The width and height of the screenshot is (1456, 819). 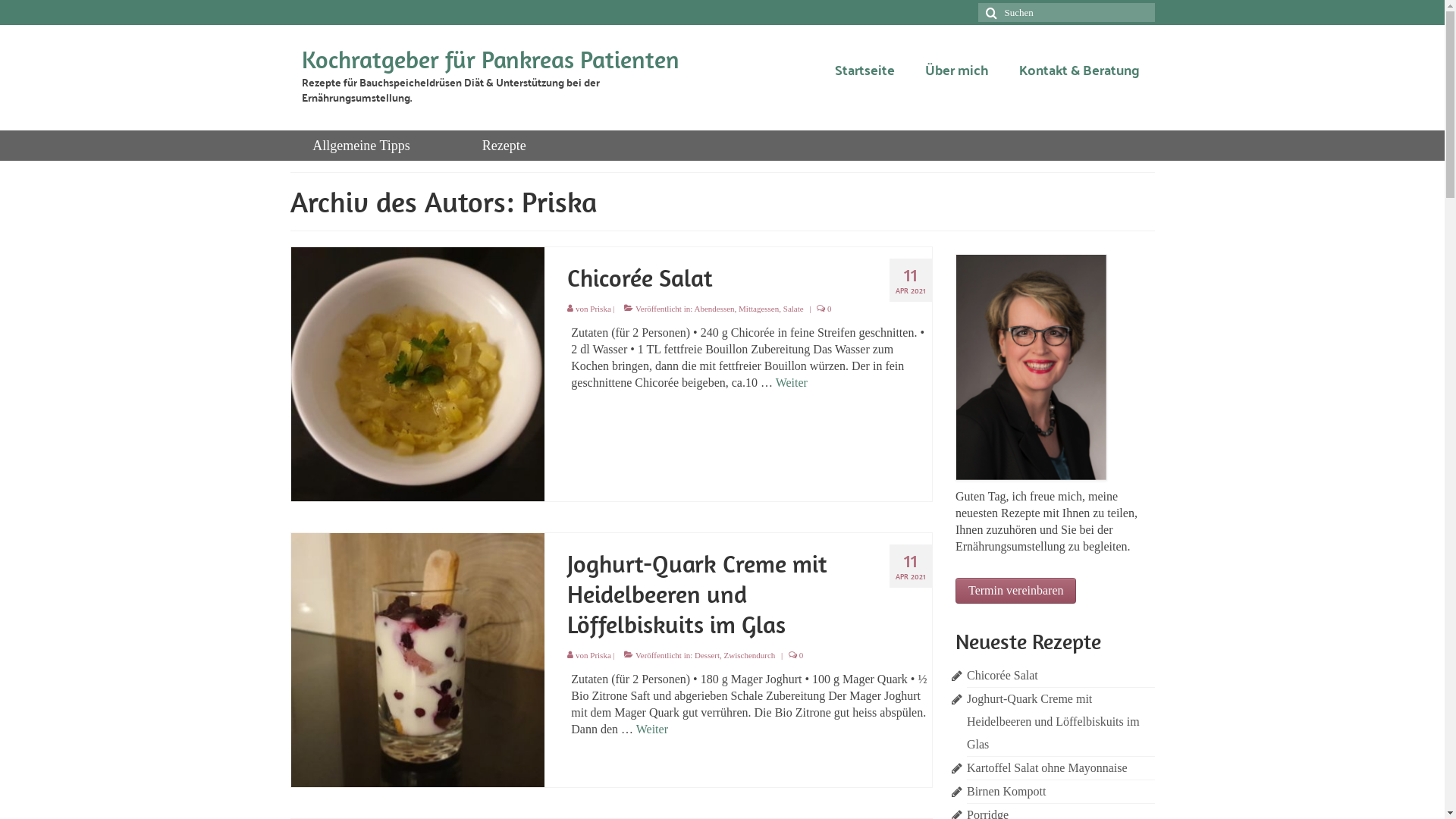 I want to click on 'Kartoffel Salat ohne Mayonnaise', so click(x=1046, y=767).